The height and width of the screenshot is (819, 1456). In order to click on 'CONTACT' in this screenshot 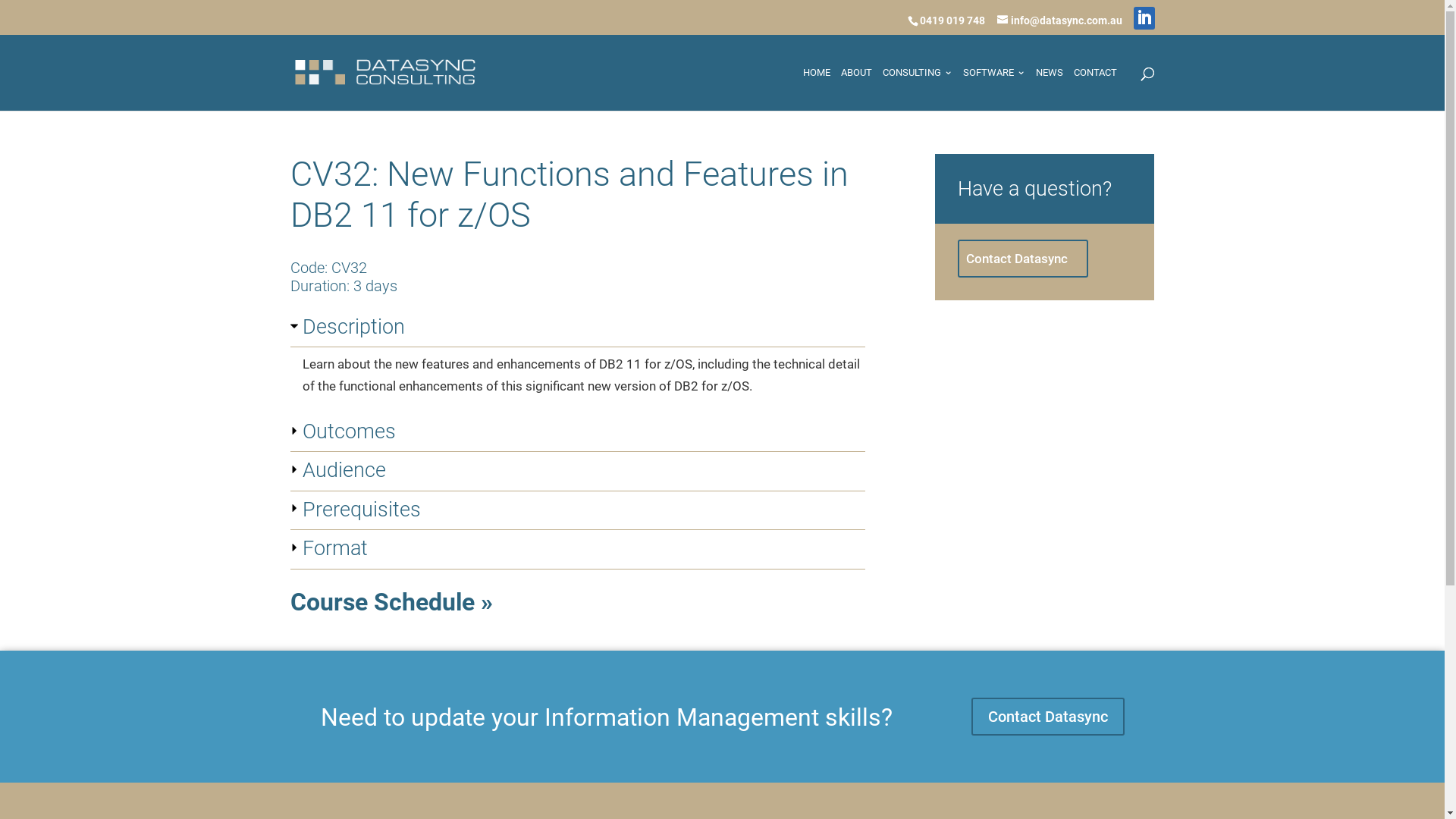, I will do `click(1095, 88)`.